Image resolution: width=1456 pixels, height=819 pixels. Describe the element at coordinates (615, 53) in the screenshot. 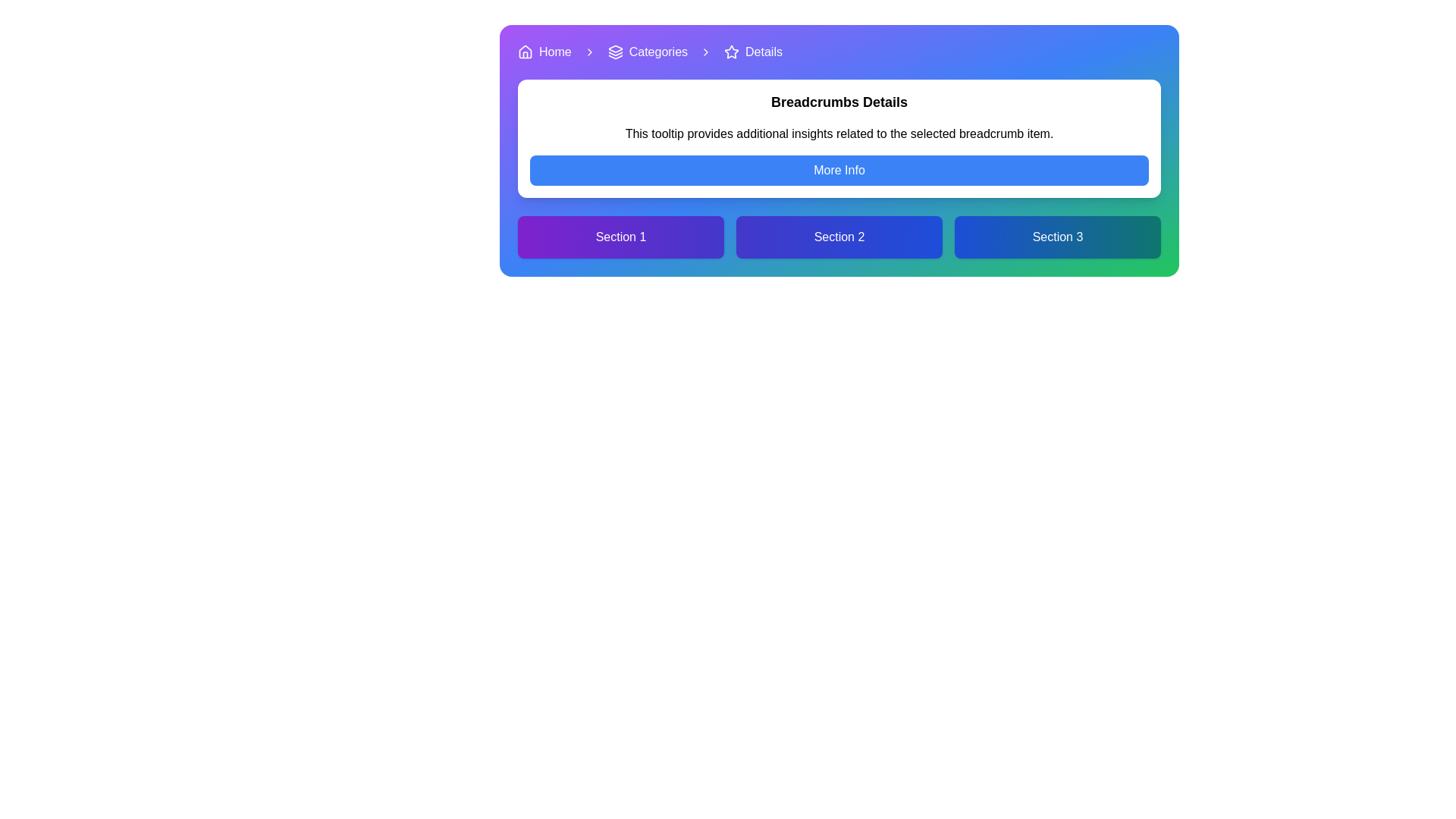

I see `the central layer symbol in the SVG icon representing stacked layers, located in the breadcrumb navigation bar between the 'Home' and 'Details' links` at that location.